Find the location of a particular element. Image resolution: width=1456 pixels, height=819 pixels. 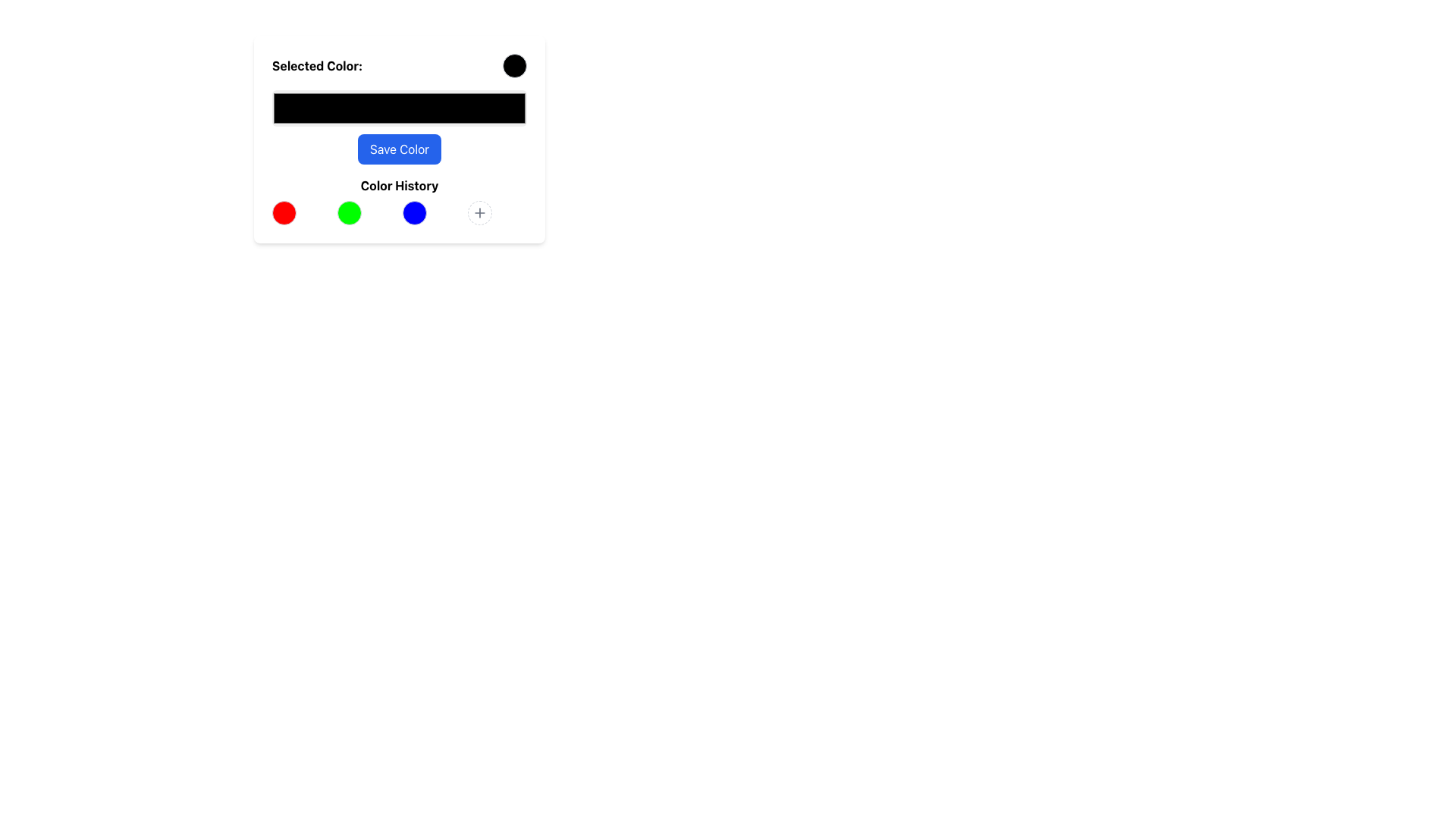

the static text label that serves as a heading for the color history options, located above the color selection circles is located at coordinates (400, 185).